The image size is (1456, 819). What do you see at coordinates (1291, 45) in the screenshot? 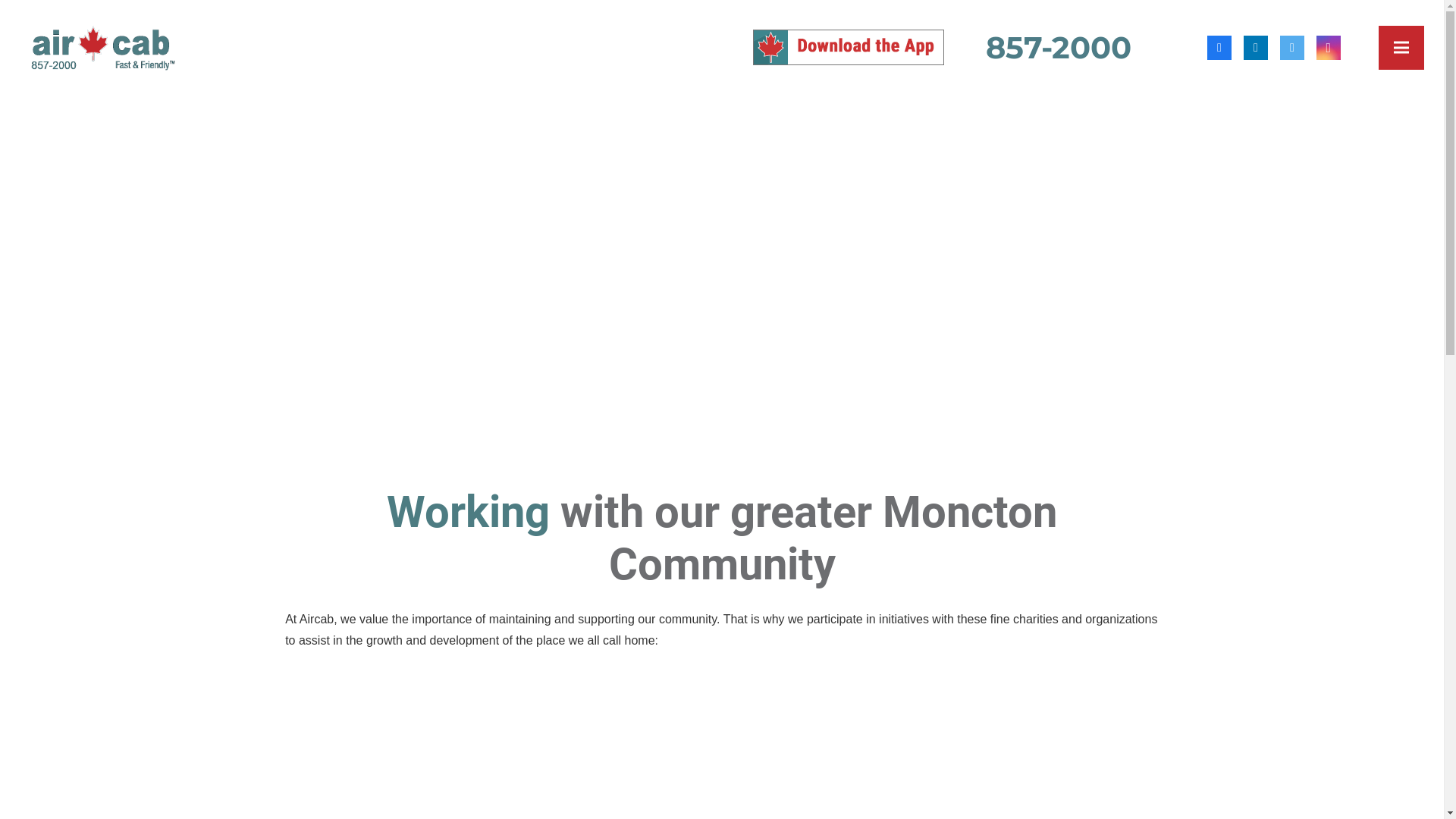
I see `'Twitter'` at bounding box center [1291, 45].